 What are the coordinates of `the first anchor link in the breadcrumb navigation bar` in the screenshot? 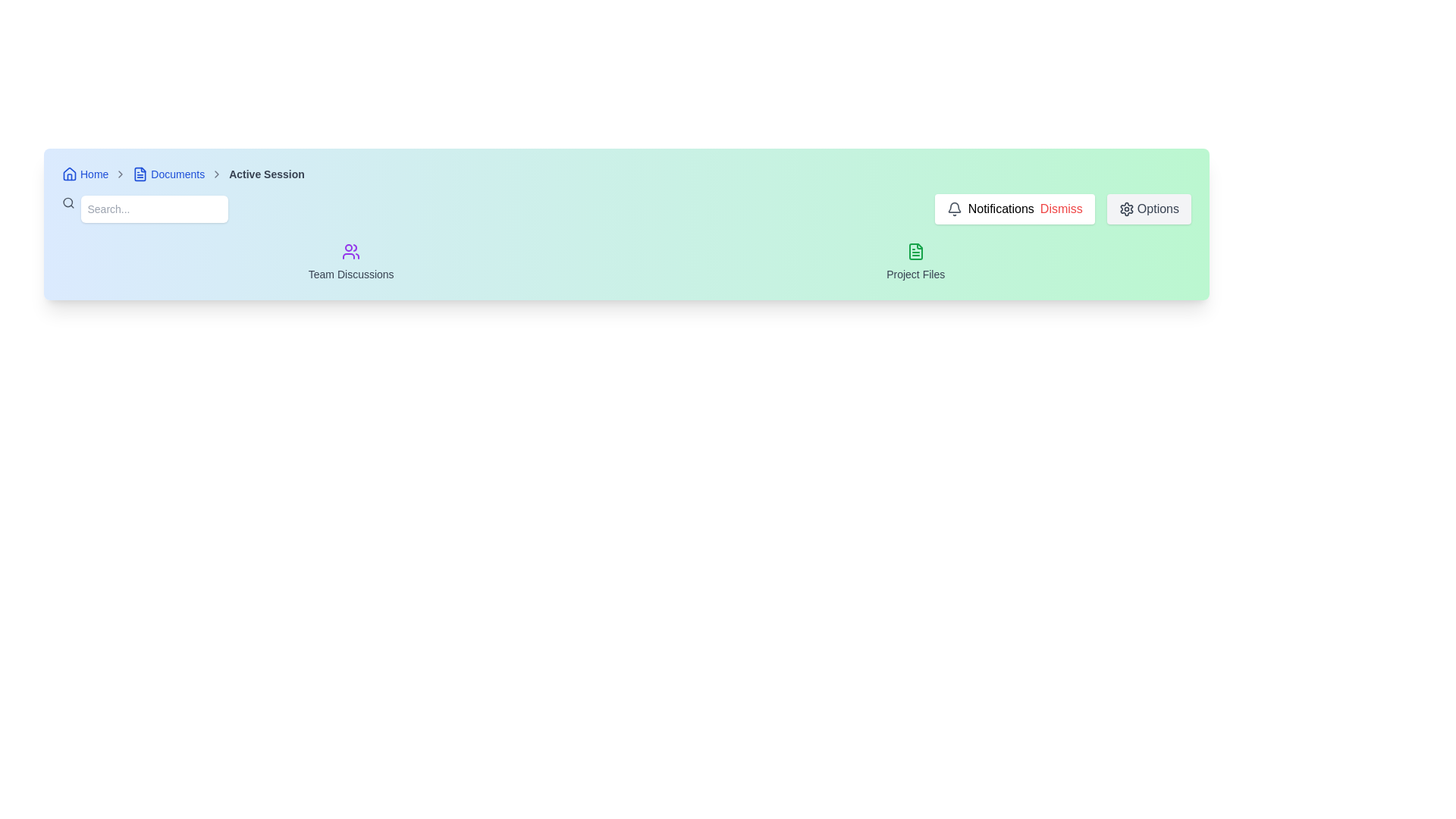 It's located at (84, 174).